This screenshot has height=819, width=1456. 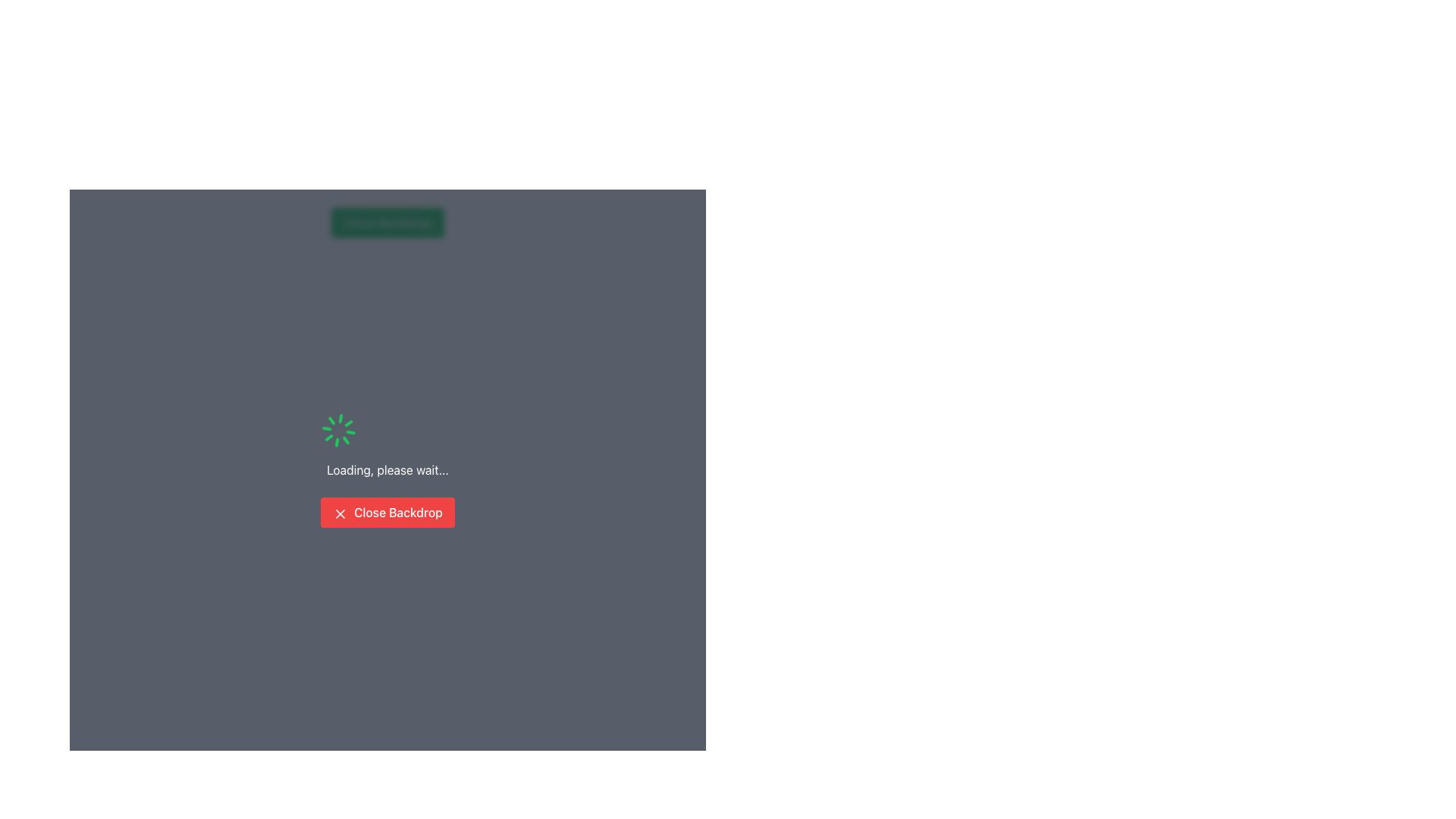 I want to click on the 'Close Backdrop' icon, which is located at the leftmost part of the button towards the bottom center of the interface, so click(x=340, y=513).